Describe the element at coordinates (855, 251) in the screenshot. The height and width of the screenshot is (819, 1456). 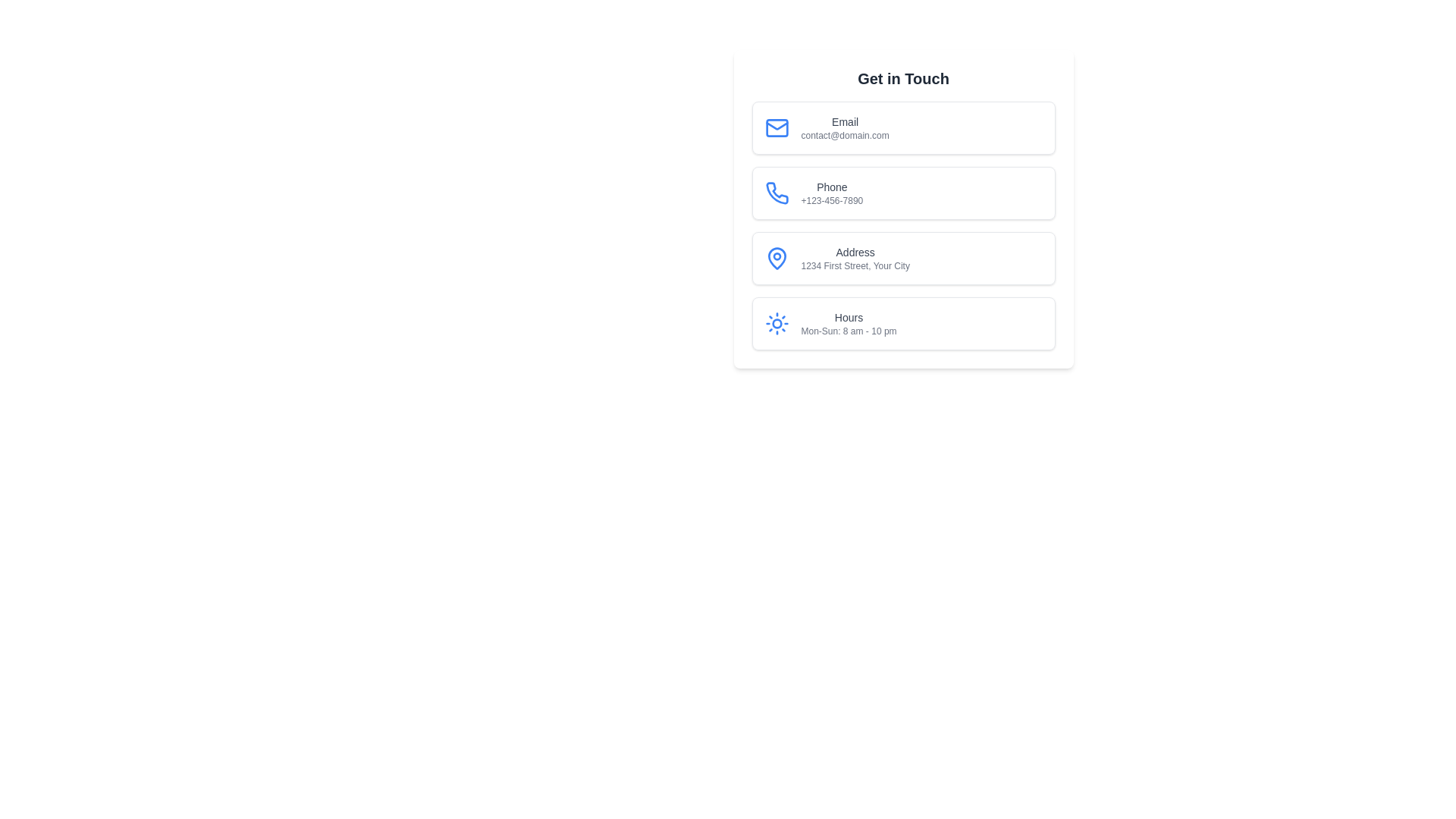
I see `the text label displaying 'Address' which is aligned within a vertical list of contact details` at that location.